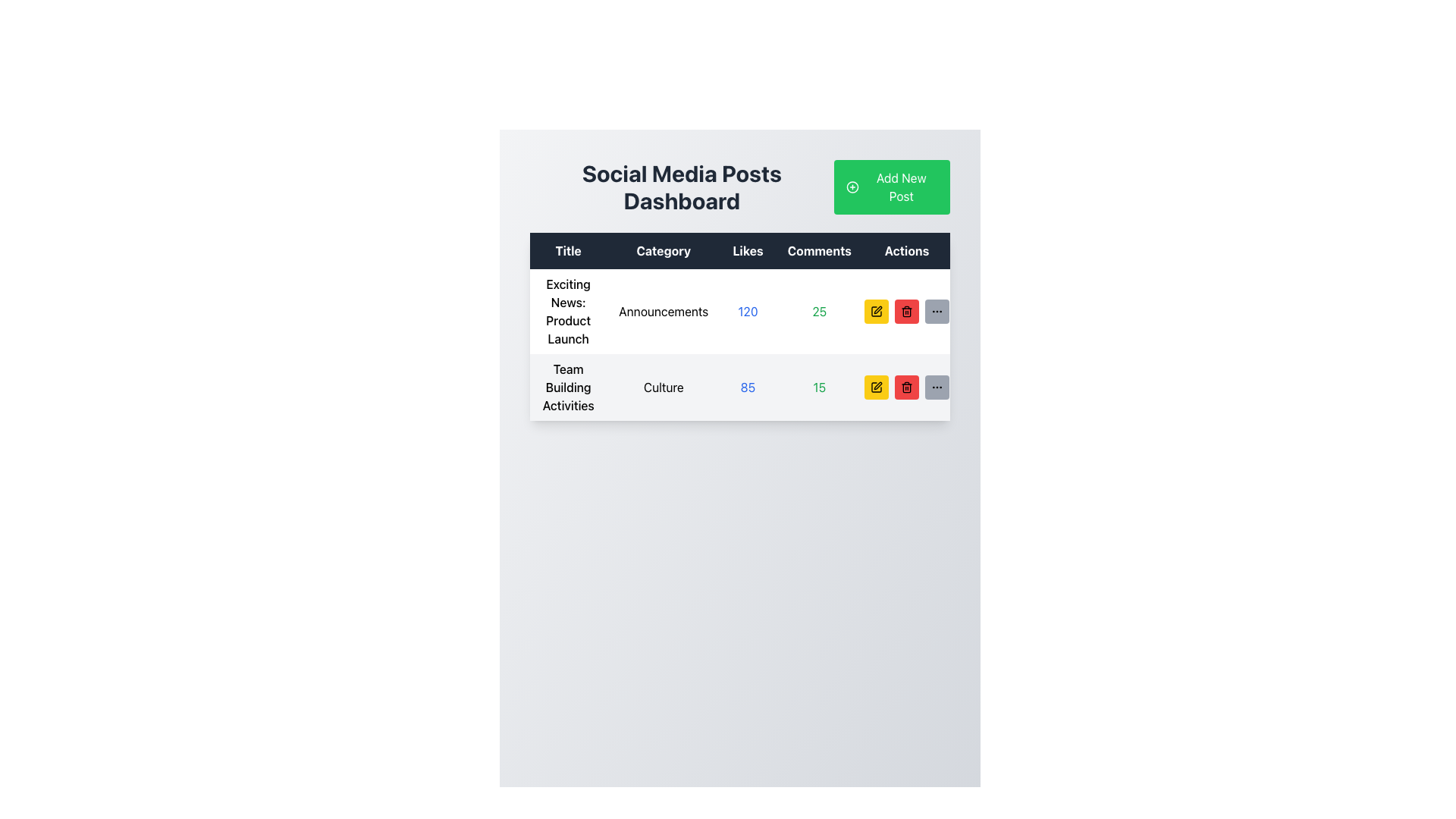 The height and width of the screenshot is (819, 1456). I want to click on the small red trash bin icon in the Actions column of the table, so click(906, 386).